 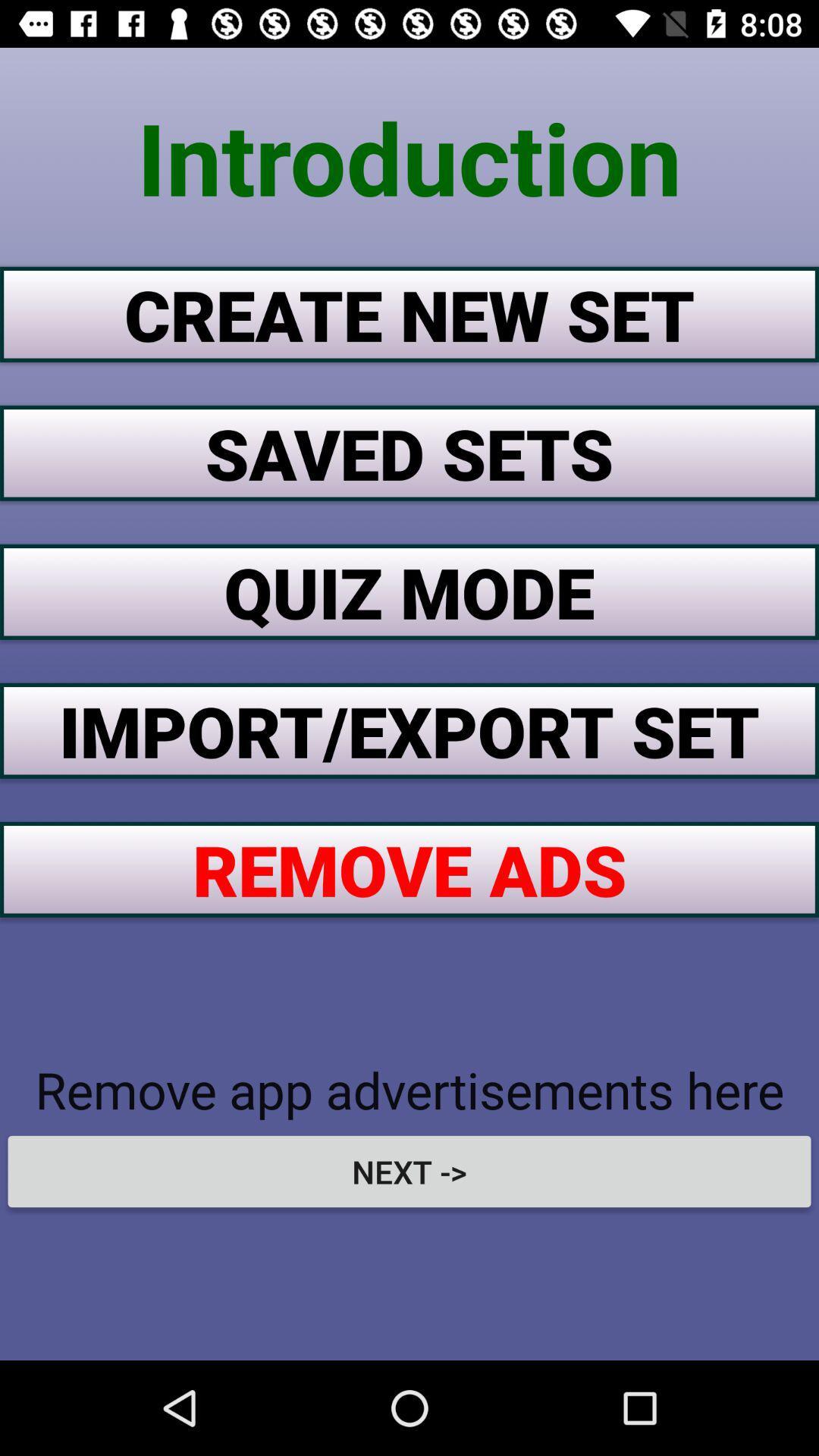 What do you see at coordinates (409, 730) in the screenshot?
I see `the button below the quiz mode item` at bounding box center [409, 730].